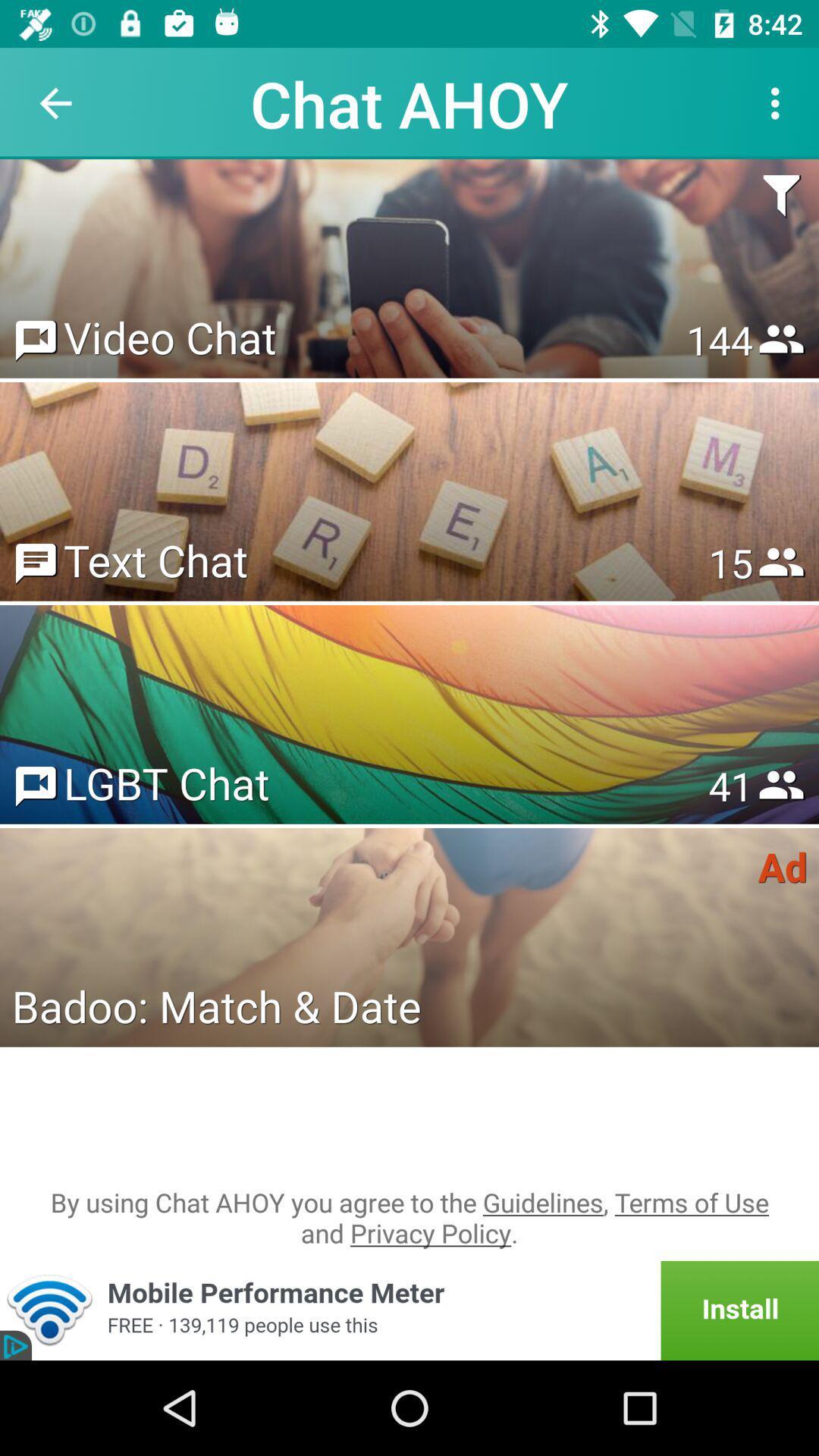 Image resolution: width=819 pixels, height=1456 pixels. What do you see at coordinates (409, 1217) in the screenshot?
I see `by using chat item` at bounding box center [409, 1217].